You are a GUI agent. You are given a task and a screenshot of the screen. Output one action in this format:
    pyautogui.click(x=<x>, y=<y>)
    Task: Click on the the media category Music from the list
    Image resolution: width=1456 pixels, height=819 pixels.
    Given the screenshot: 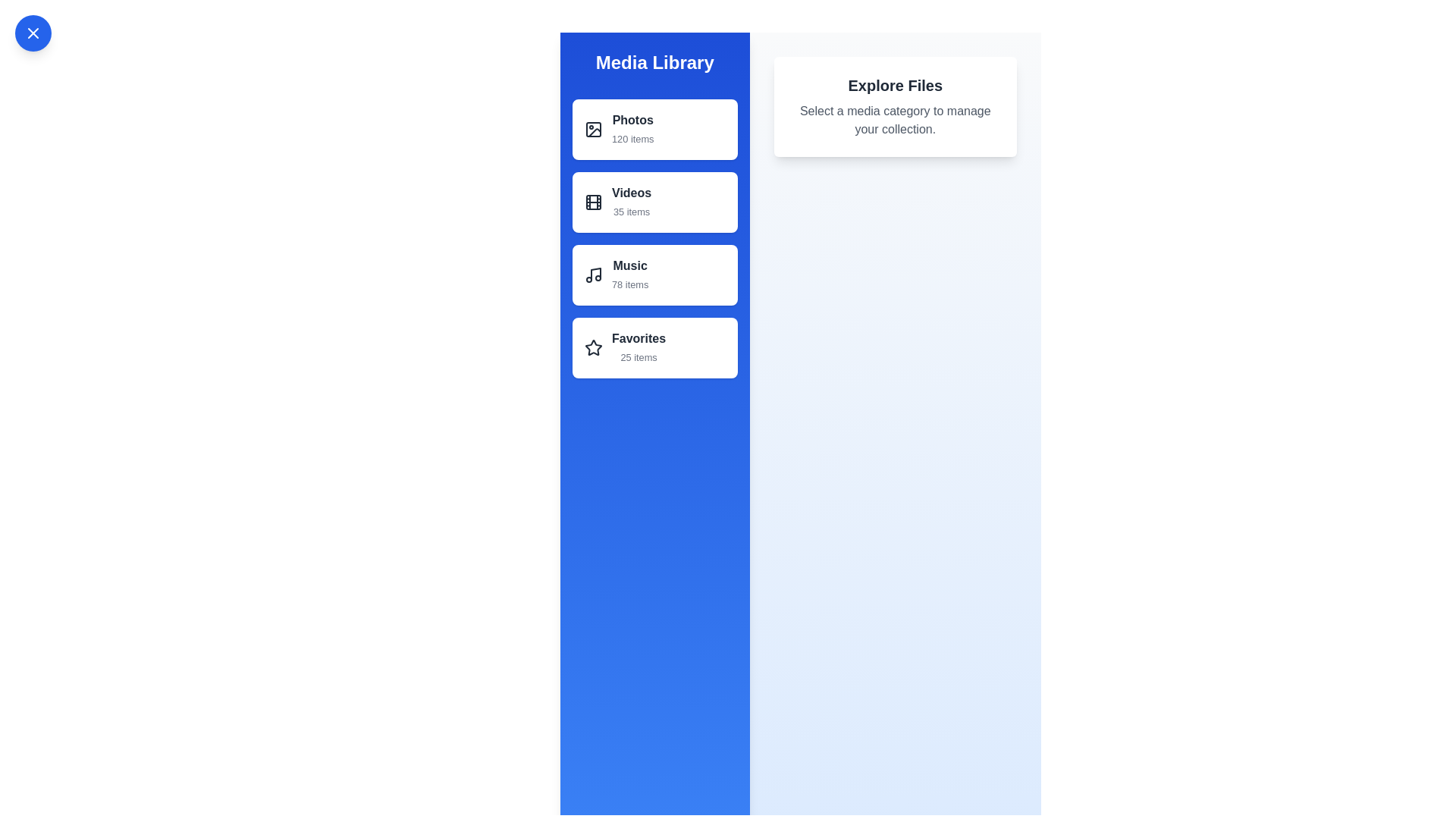 What is the action you would take?
    pyautogui.click(x=654, y=275)
    